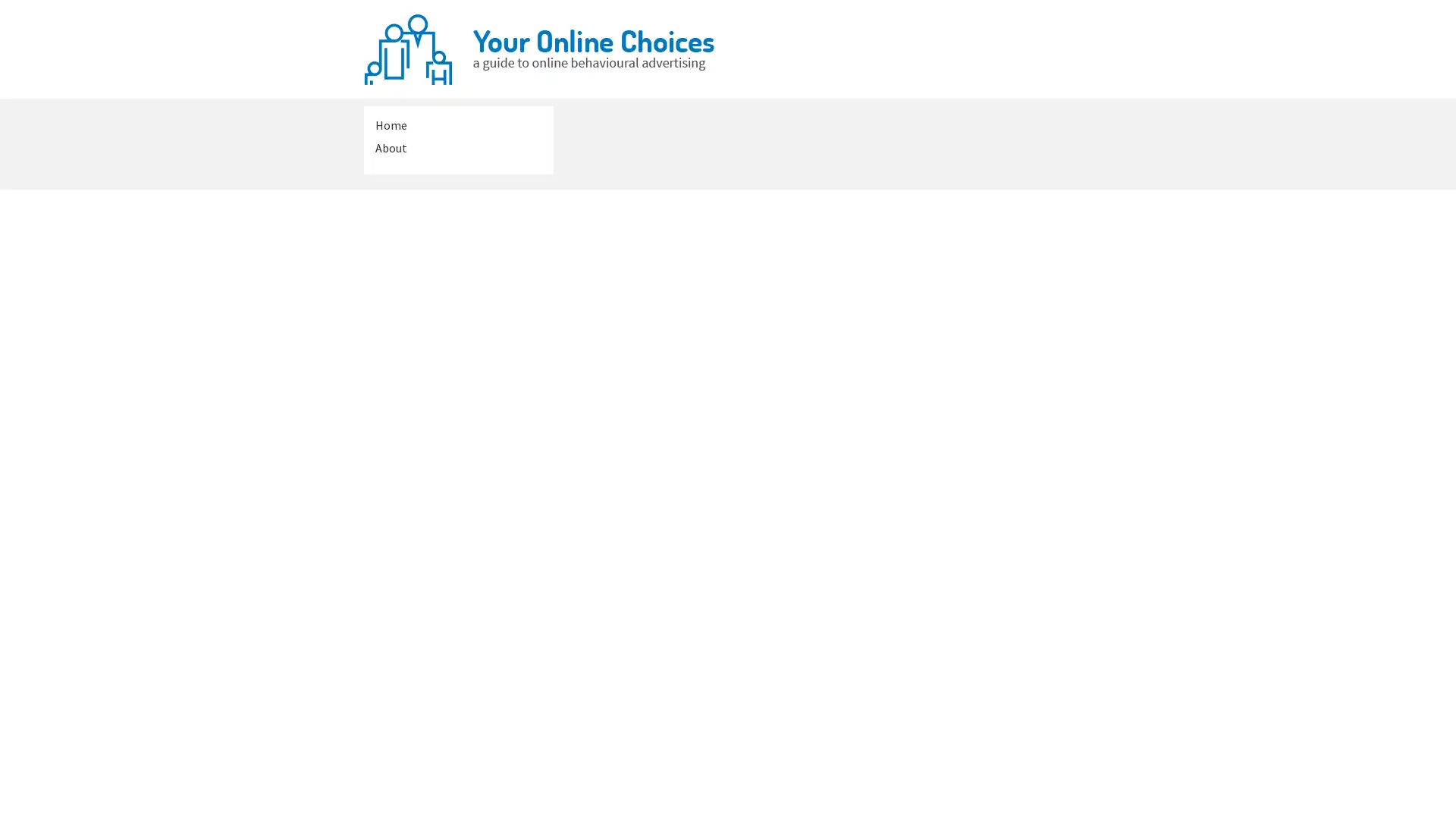 Image resolution: width=1456 pixels, height=819 pixels. I want to click on play, so click(641, 693).